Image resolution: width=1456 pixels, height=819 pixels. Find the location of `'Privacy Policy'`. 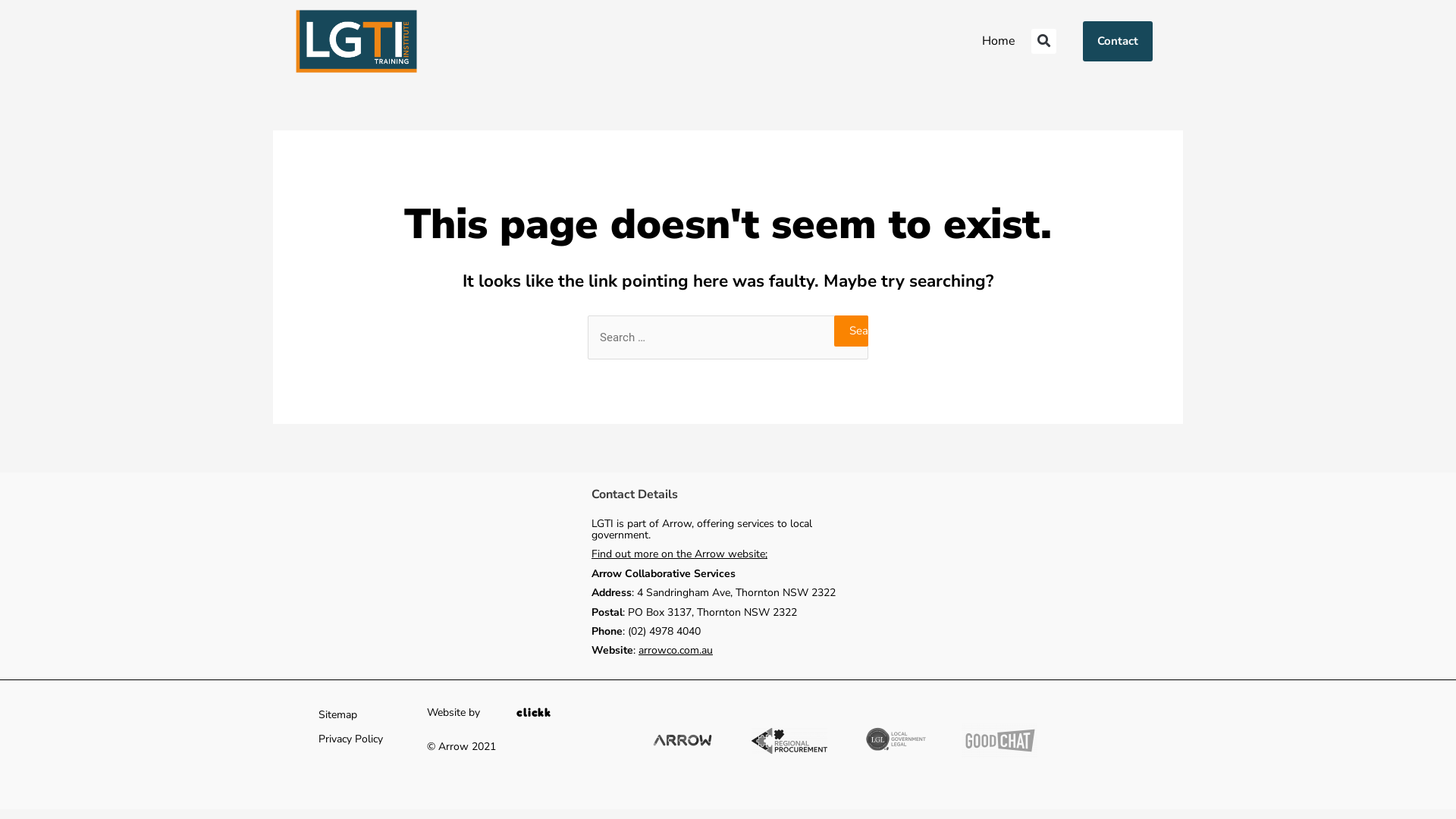

'Privacy Policy' is located at coordinates (350, 739).